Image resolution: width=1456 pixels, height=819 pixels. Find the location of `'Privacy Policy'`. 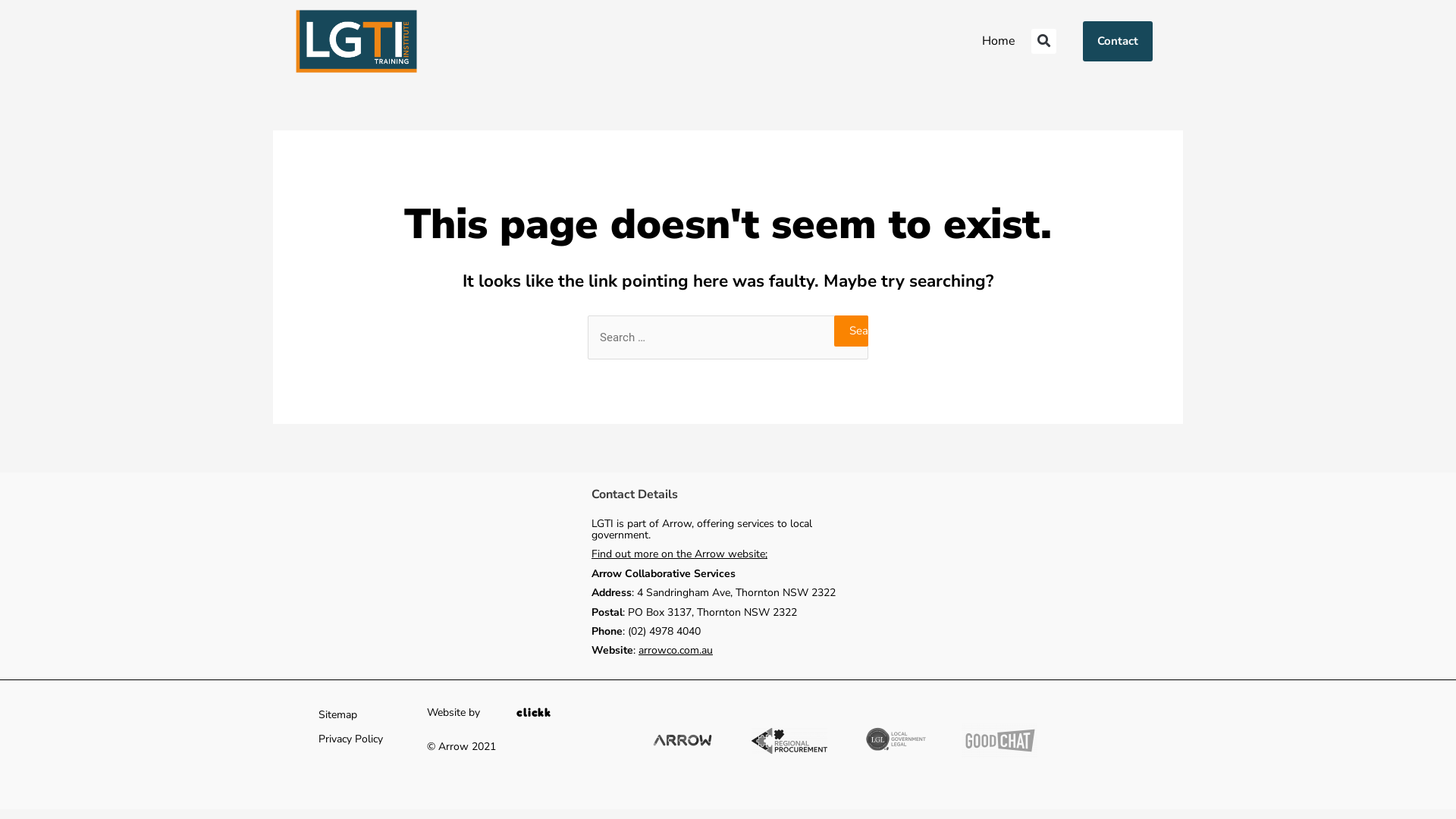

'Privacy Policy' is located at coordinates (350, 739).